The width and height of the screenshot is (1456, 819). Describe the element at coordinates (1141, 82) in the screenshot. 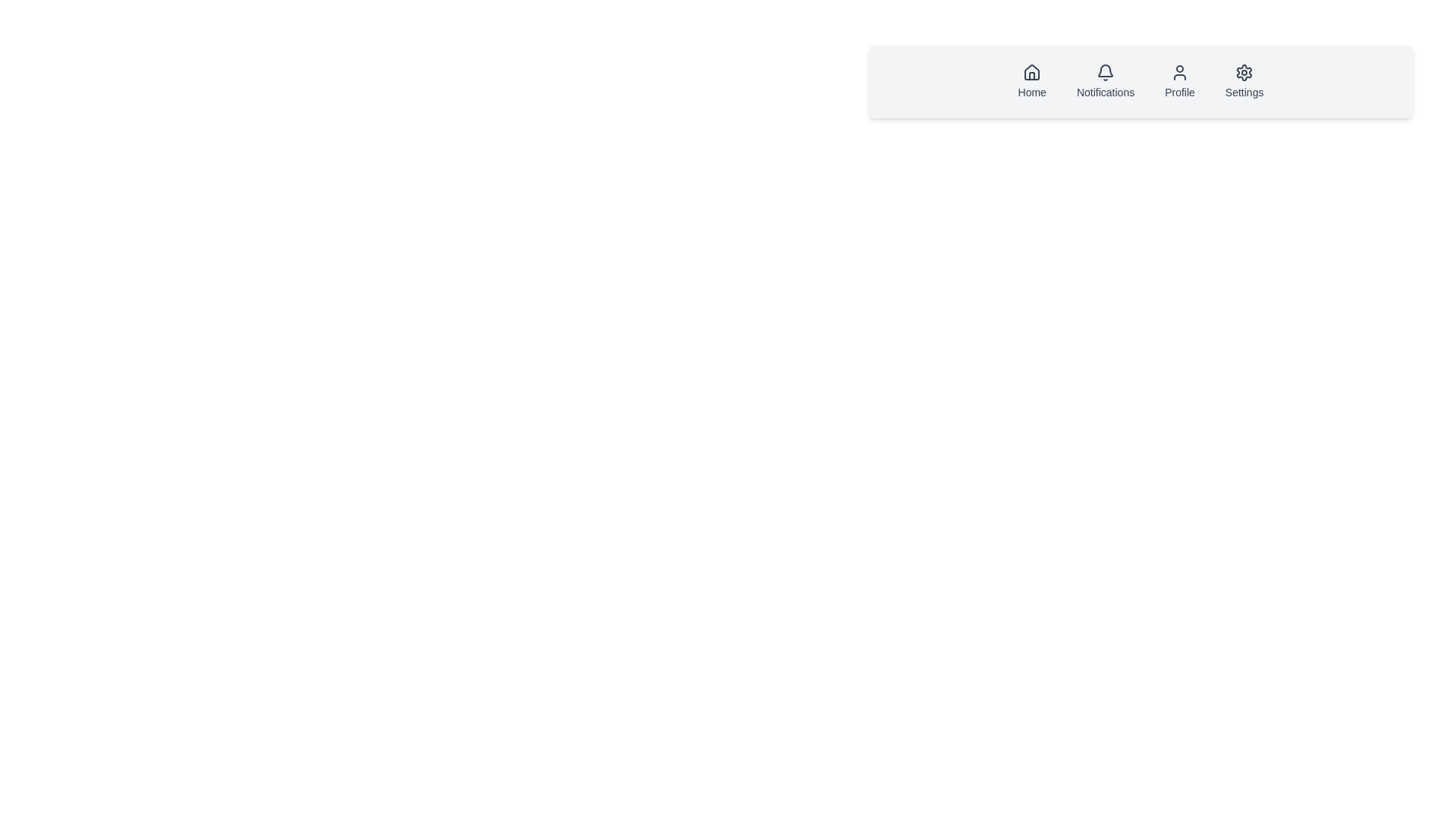

I see `the 'Notifications' button located in the Navigation bar at the top of the interface` at that location.